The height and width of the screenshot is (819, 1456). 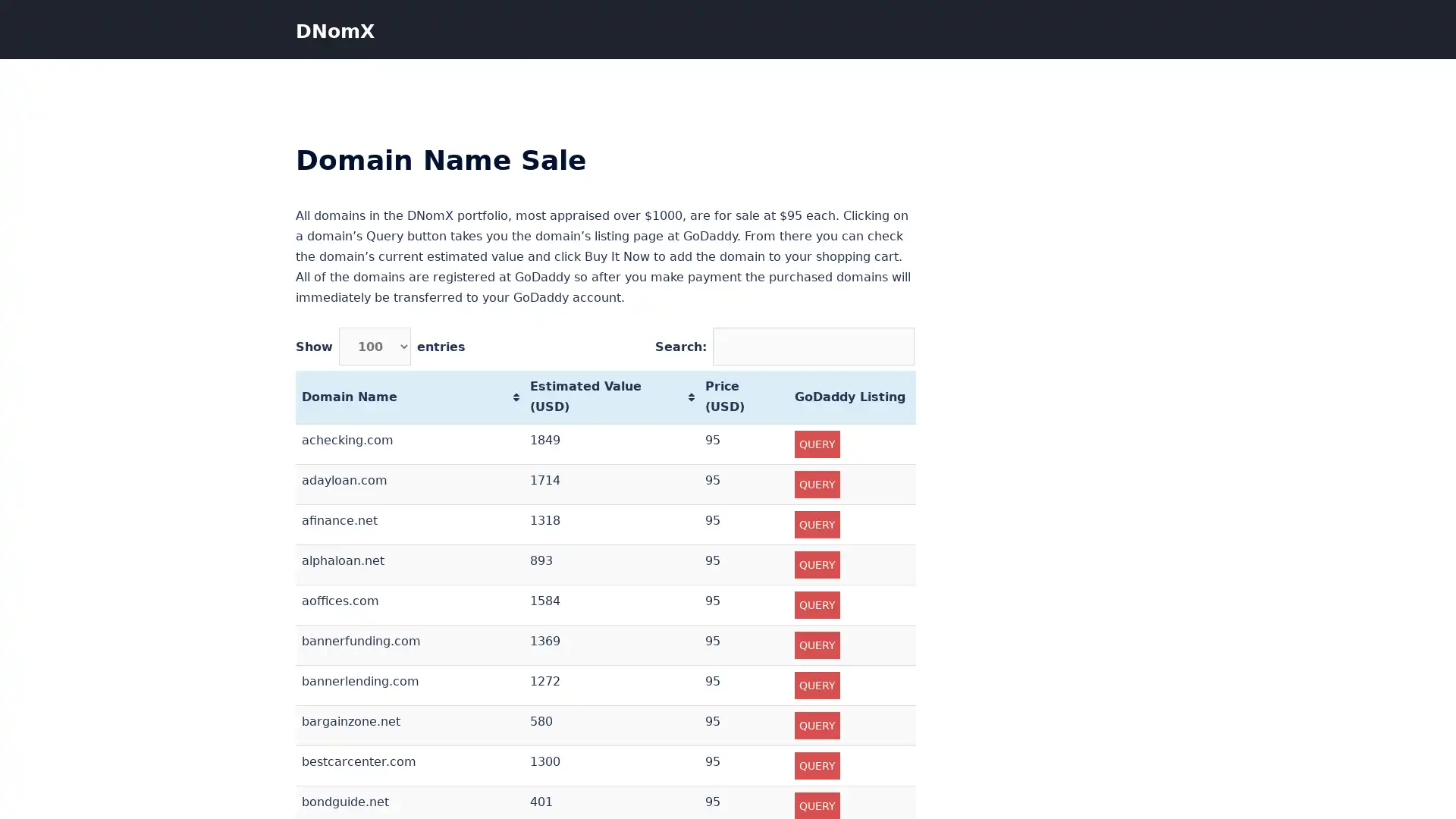 I want to click on QUERY, so click(x=815, y=604).